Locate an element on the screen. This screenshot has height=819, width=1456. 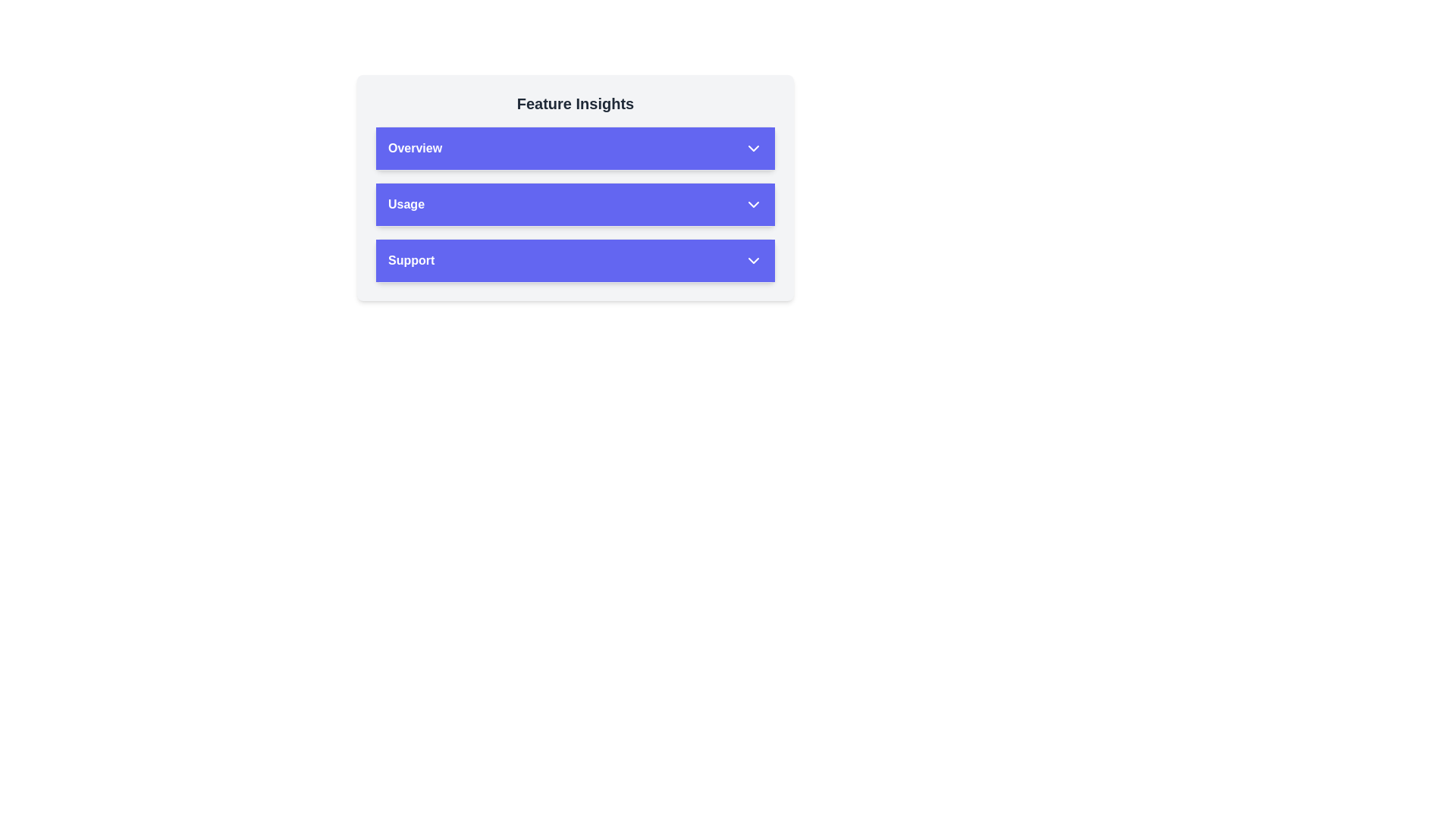
the downward-pointing arrow icon located on the right side of the 'Usage' header in the 'Feature Insights' section to check for any appearance changes is located at coordinates (753, 205).